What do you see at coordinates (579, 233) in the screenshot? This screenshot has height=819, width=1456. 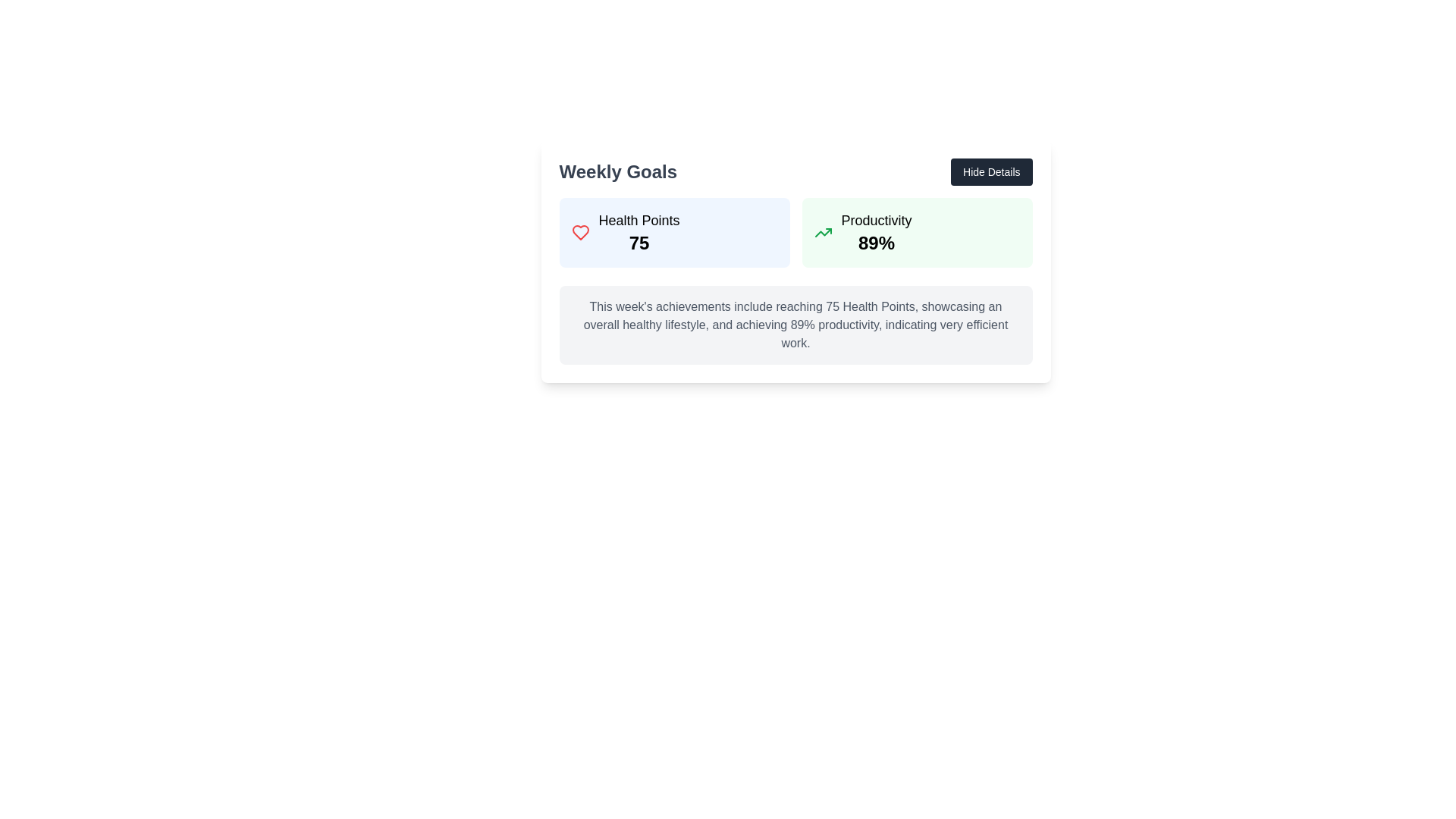 I see `the heart-shaped health icon outlined in red, which is located to the left of the 'Health Points' text and above the number '75' in the blue shaded card under the 'Weekly Goals' section` at bounding box center [579, 233].